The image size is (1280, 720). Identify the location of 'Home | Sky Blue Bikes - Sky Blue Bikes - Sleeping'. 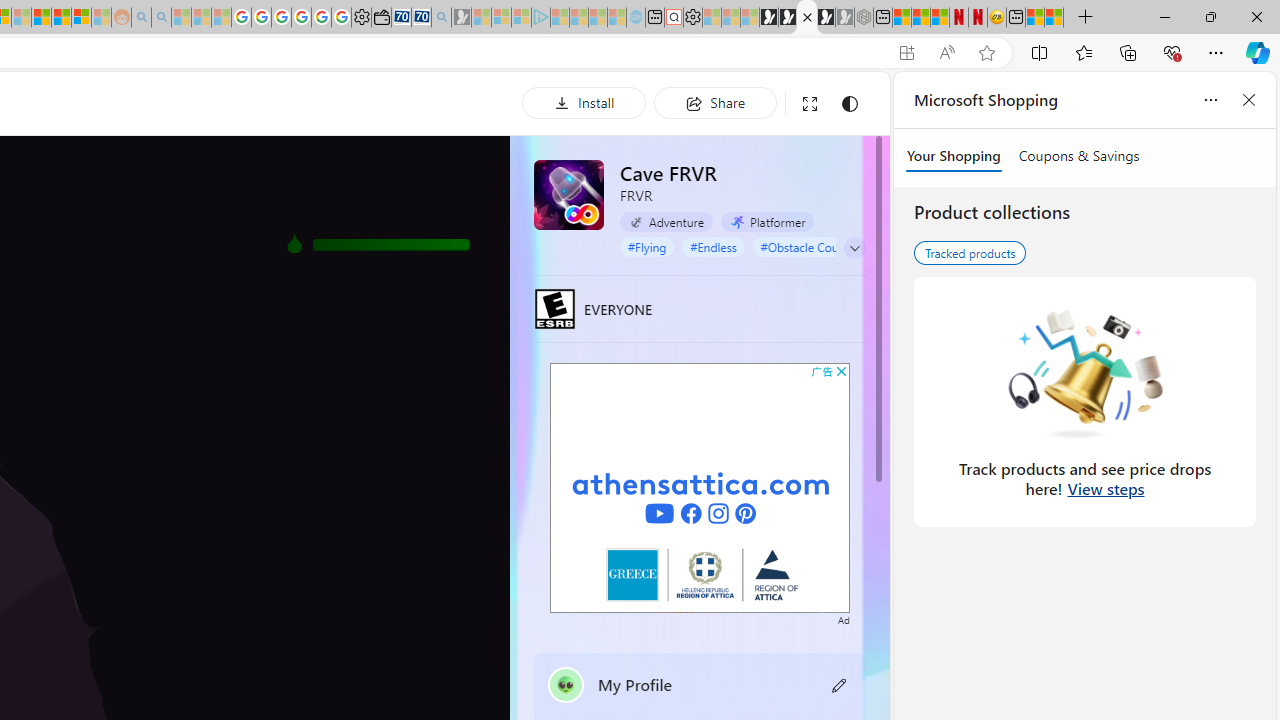
(635, 17).